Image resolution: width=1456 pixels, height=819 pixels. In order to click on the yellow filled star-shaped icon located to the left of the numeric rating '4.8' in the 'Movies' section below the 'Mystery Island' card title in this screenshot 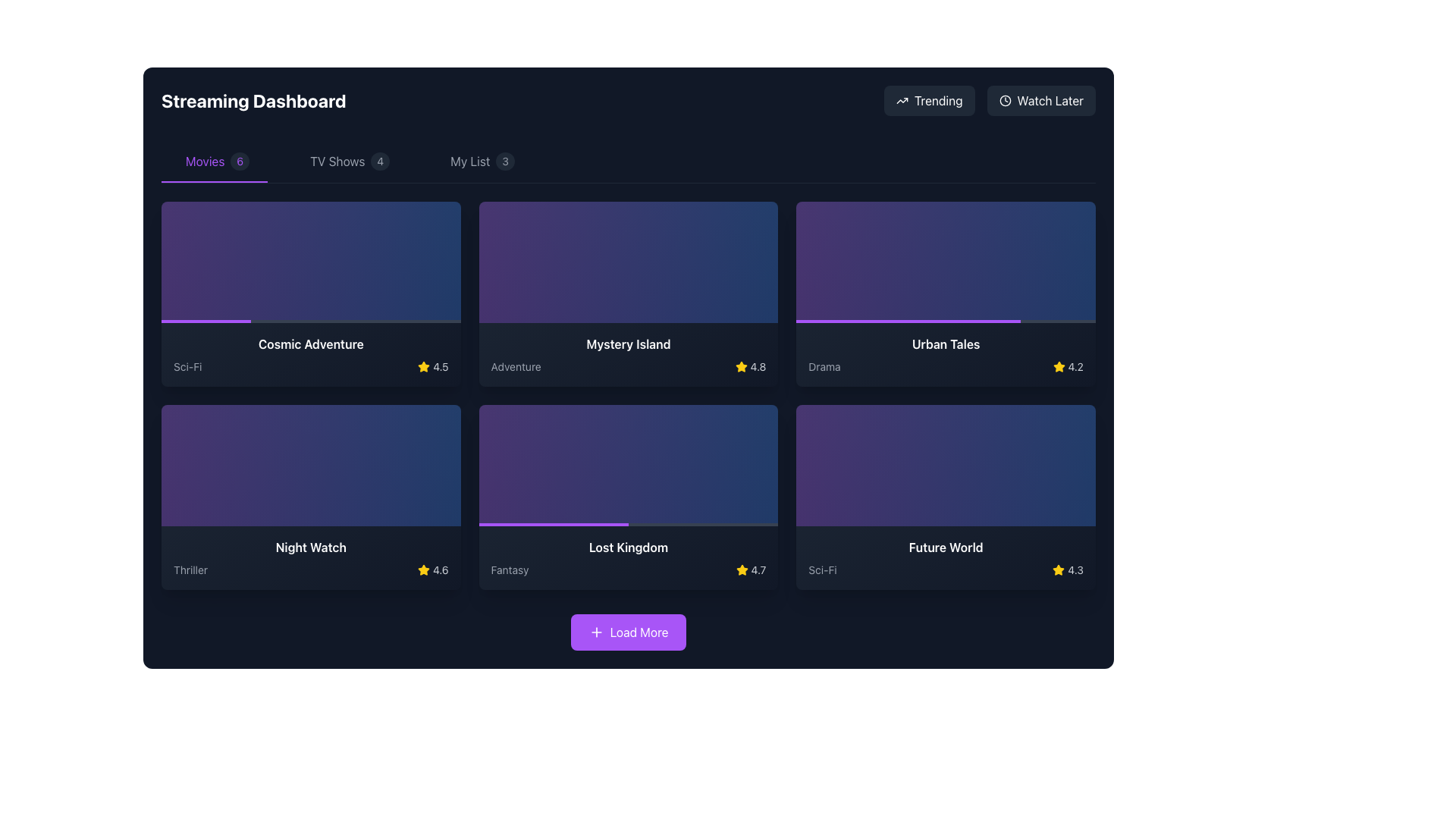, I will do `click(741, 366)`.